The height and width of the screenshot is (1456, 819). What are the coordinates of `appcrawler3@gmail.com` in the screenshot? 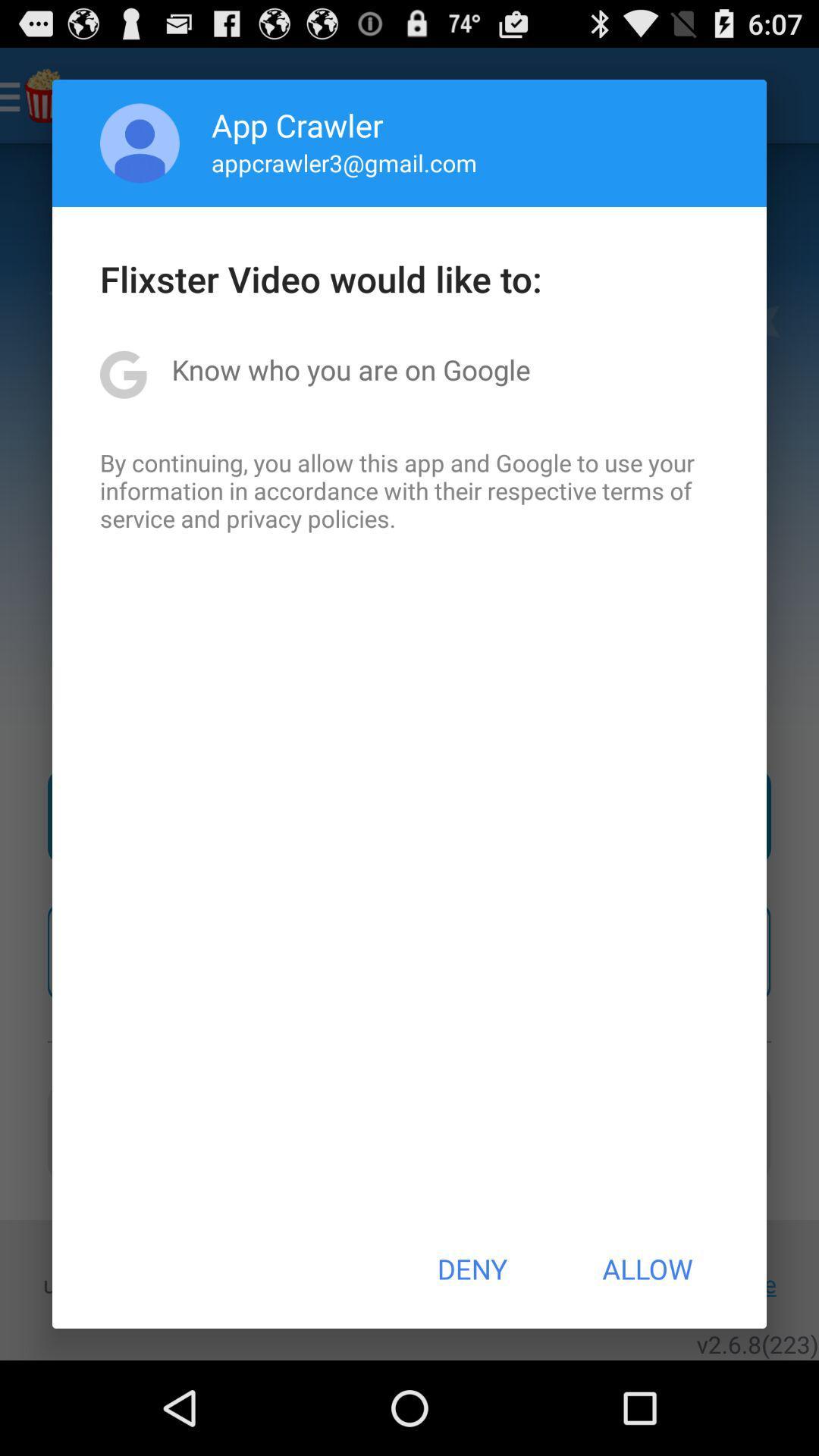 It's located at (344, 162).